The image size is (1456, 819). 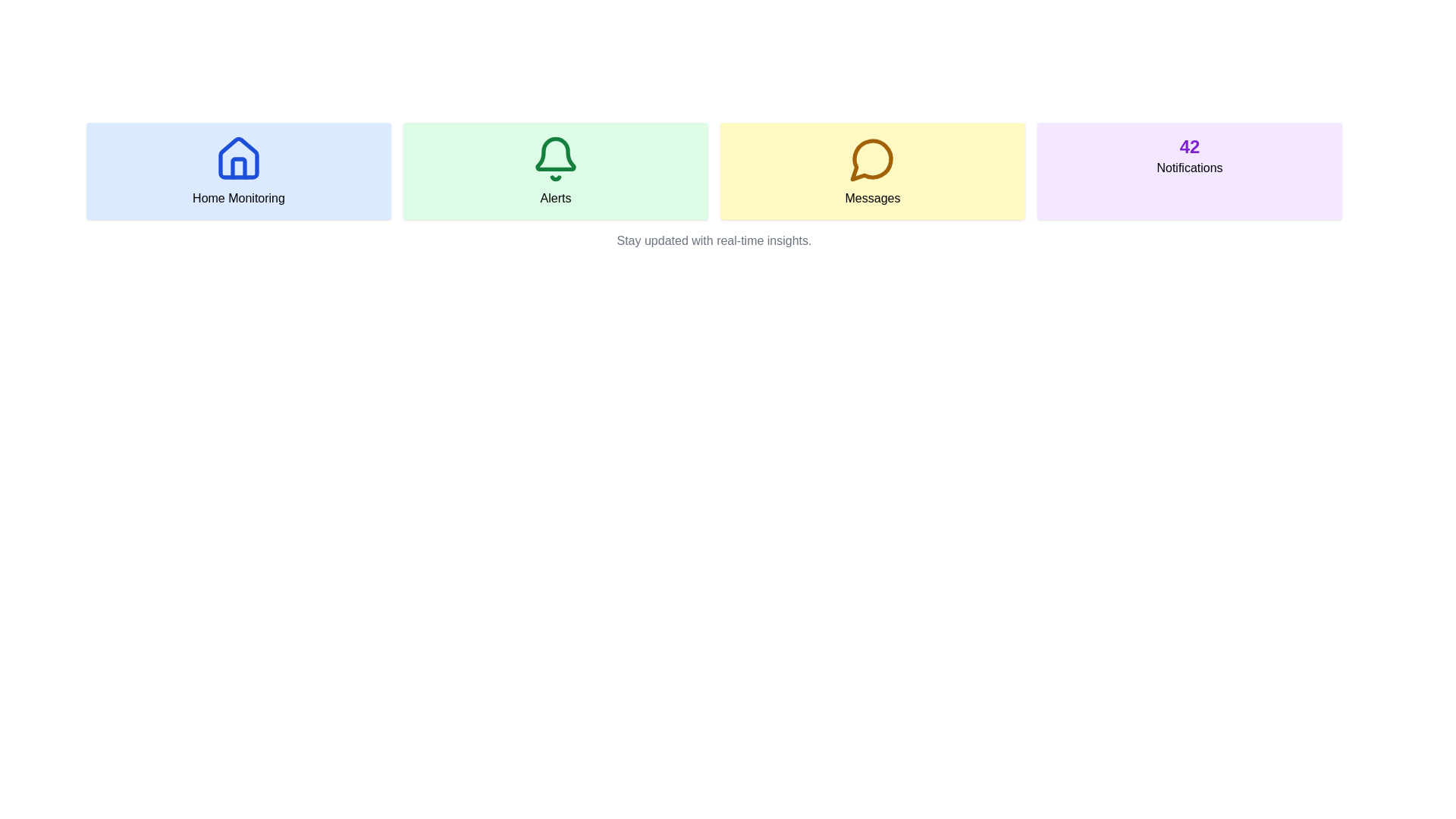 I want to click on the house icon, which is outlined in blue and has a light blue background, located in the top row of the grid layout, so click(x=238, y=158).